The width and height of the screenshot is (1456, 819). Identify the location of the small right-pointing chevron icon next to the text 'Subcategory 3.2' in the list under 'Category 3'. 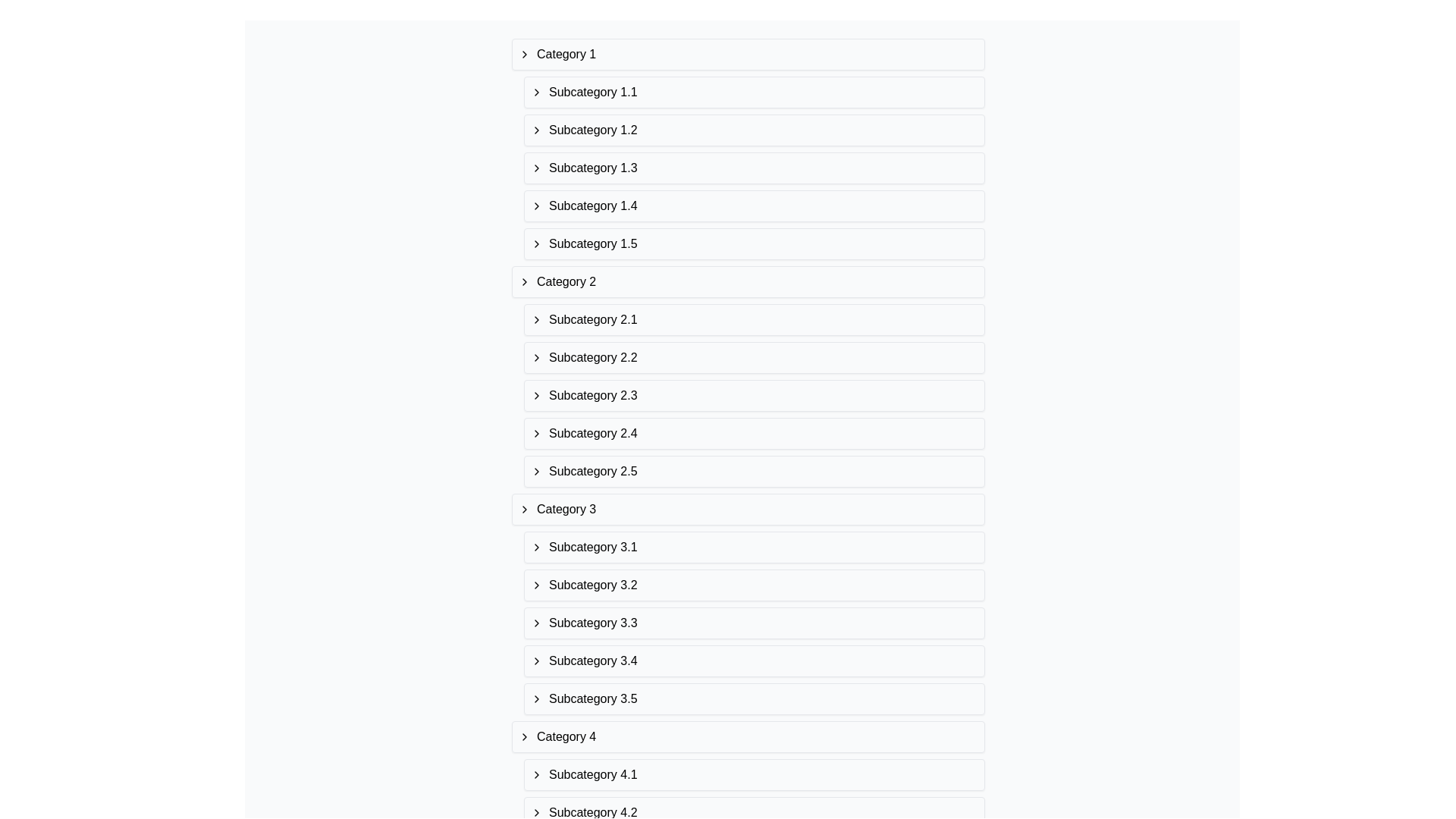
(537, 584).